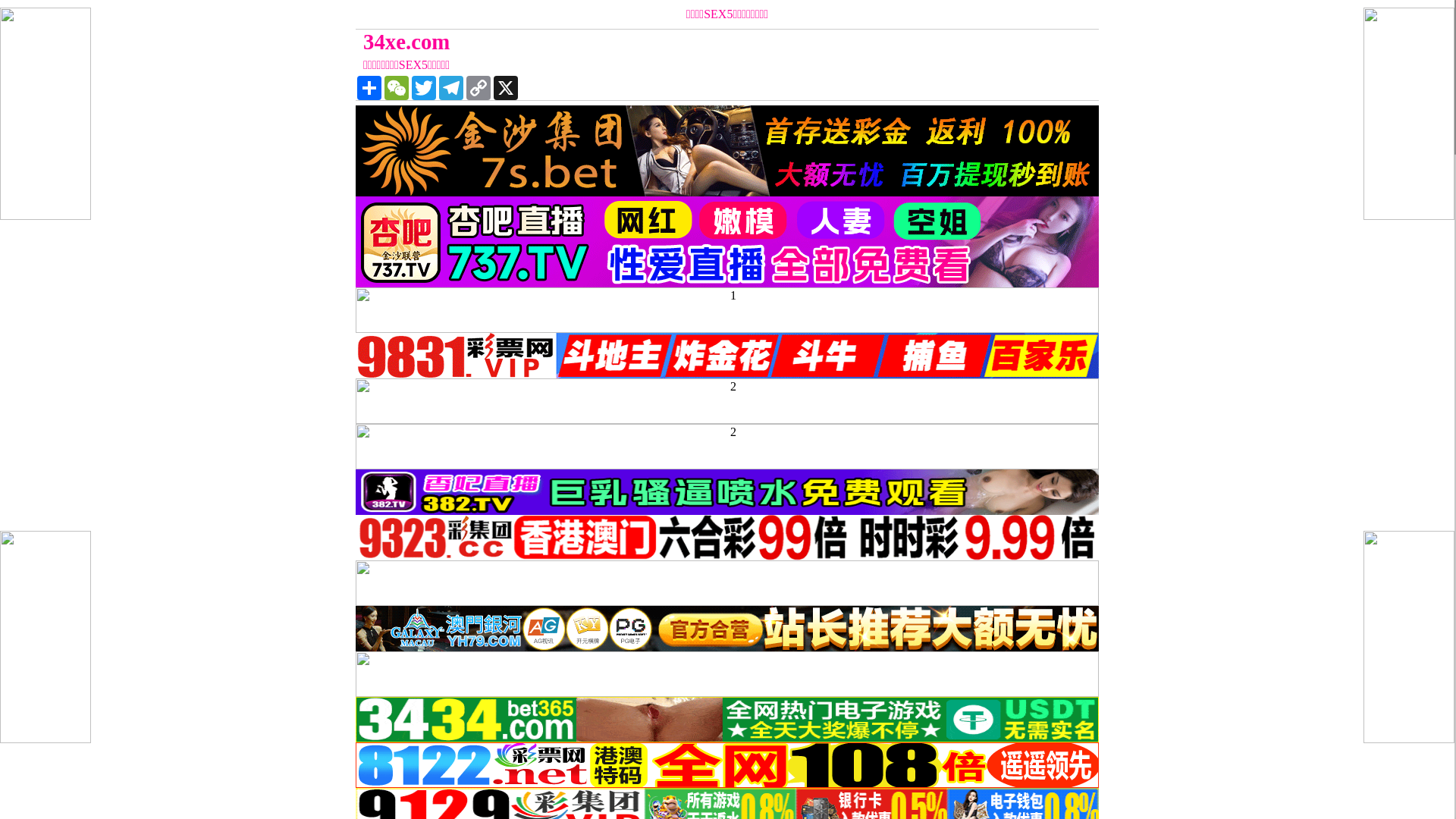 The image size is (1456, 819). Describe the element at coordinates (382, 87) in the screenshot. I see `'WeChat'` at that location.